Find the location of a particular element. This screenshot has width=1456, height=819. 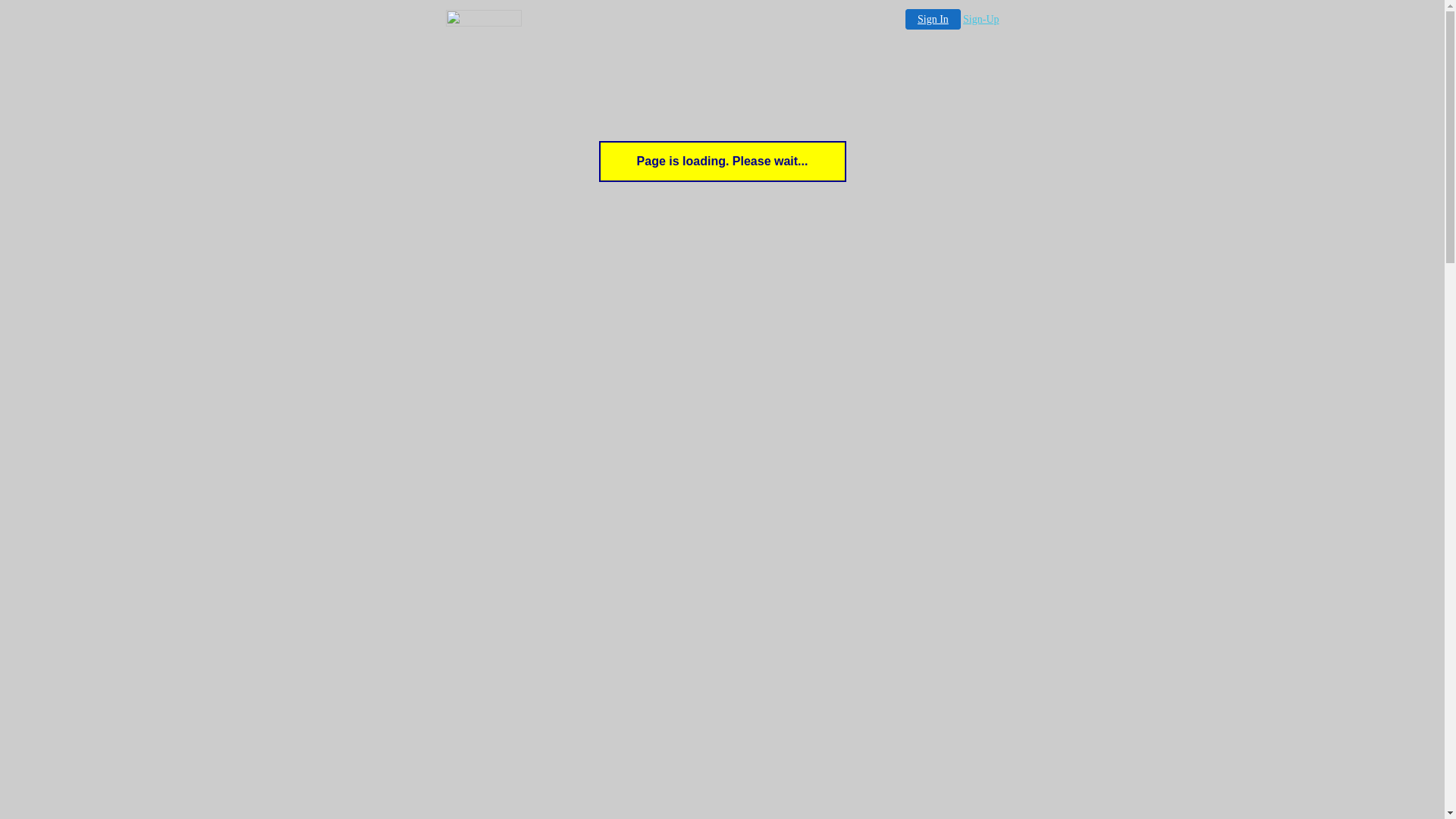

'Sign In' is located at coordinates (932, 19).